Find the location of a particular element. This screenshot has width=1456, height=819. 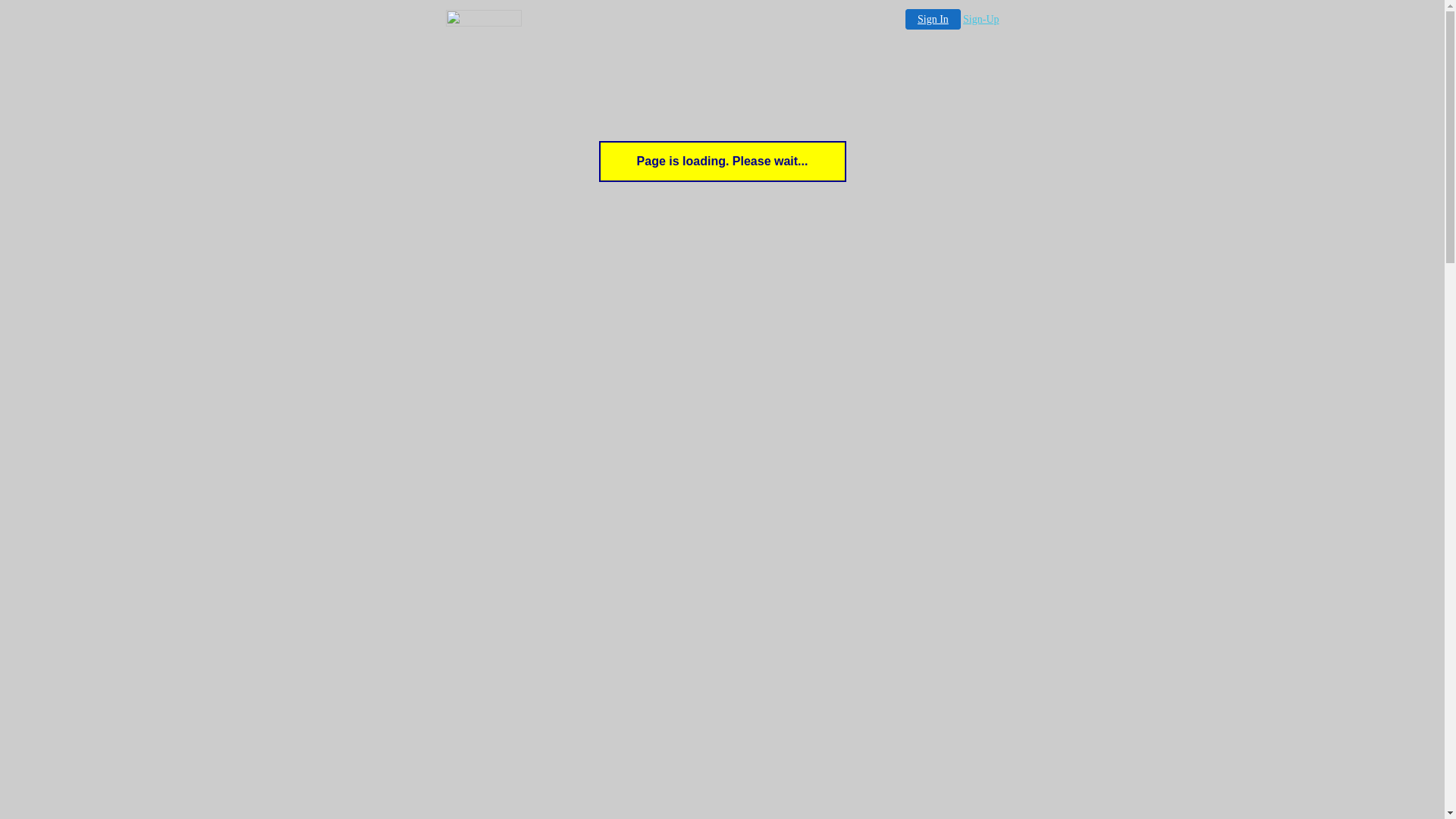

'Sign In' is located at coordinates (932, 19).